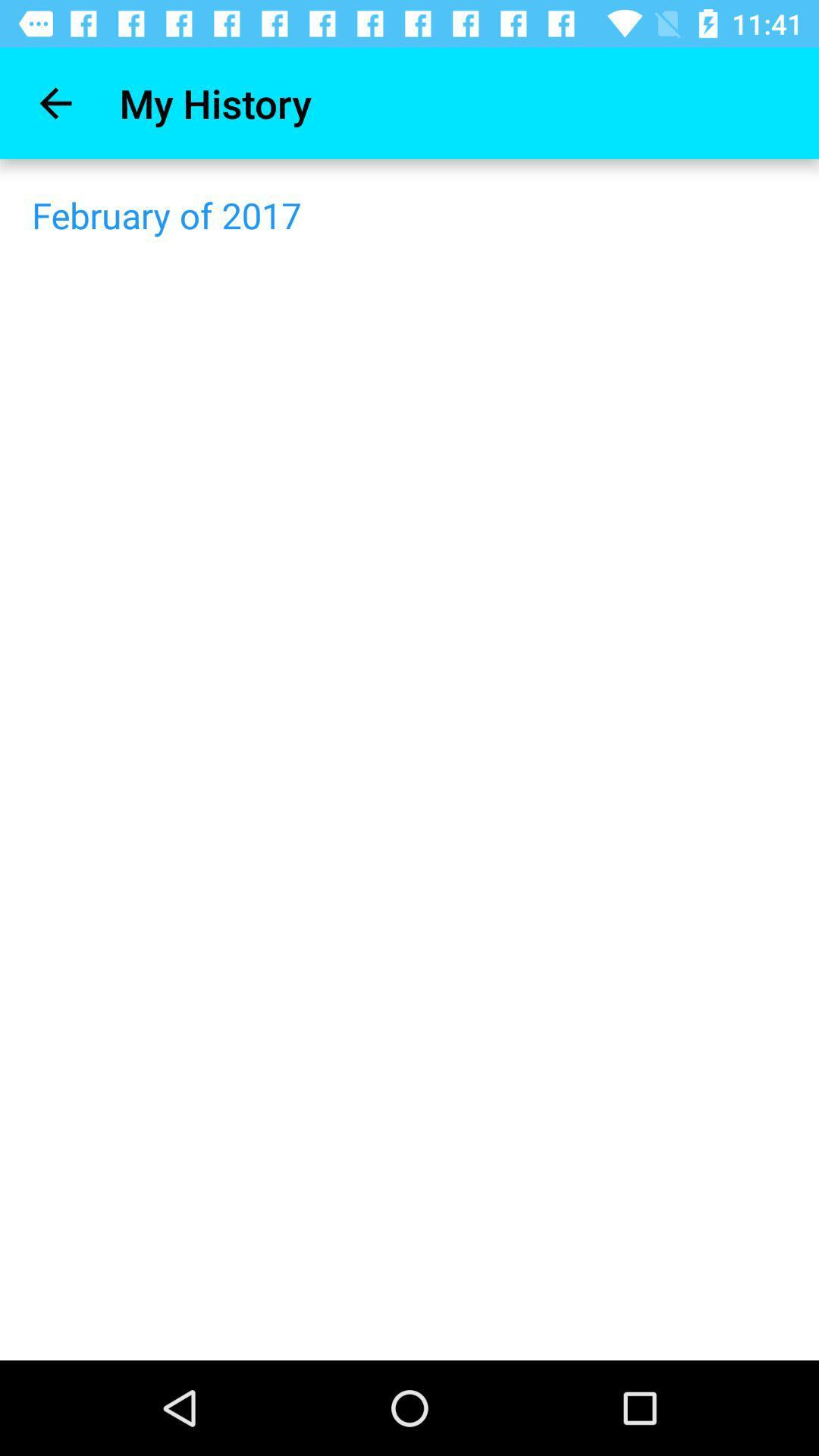 This screenshot has width=819, height=1456. I want to click on the icon above february of 2017 icon, so click(55, 102).